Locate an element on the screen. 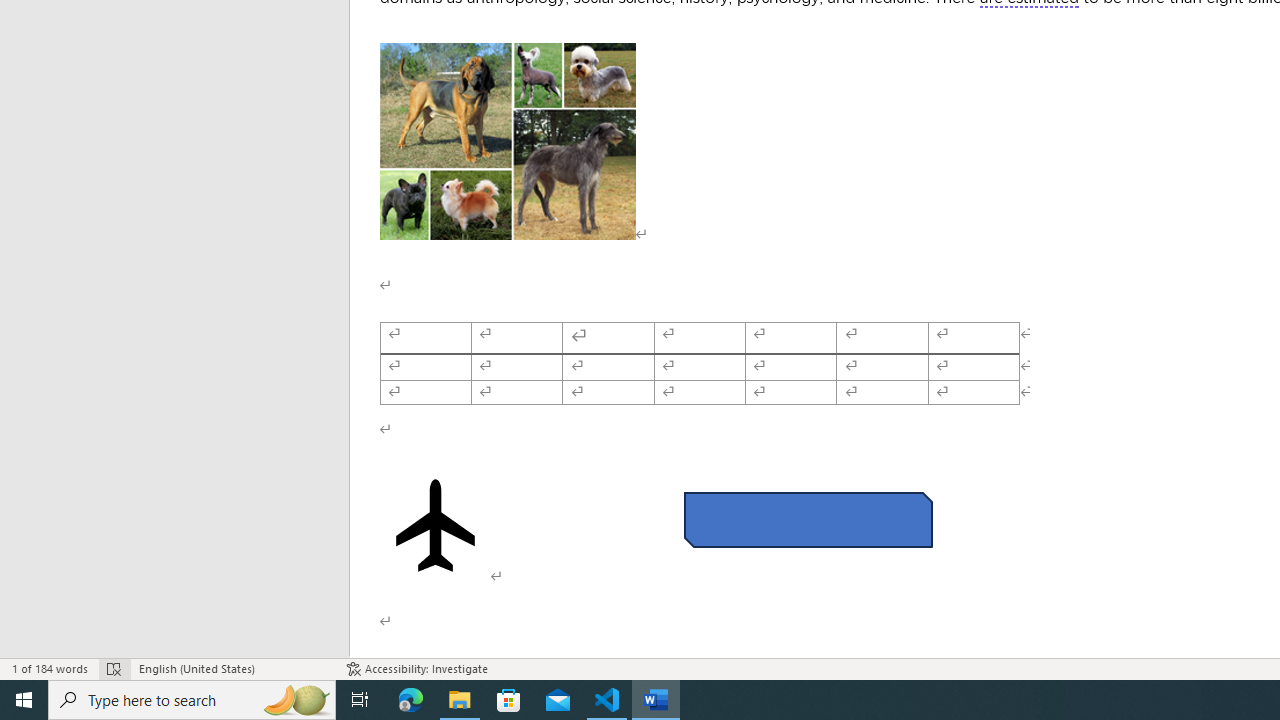  'Language English (United States)' is located at coordinates (232, 669).